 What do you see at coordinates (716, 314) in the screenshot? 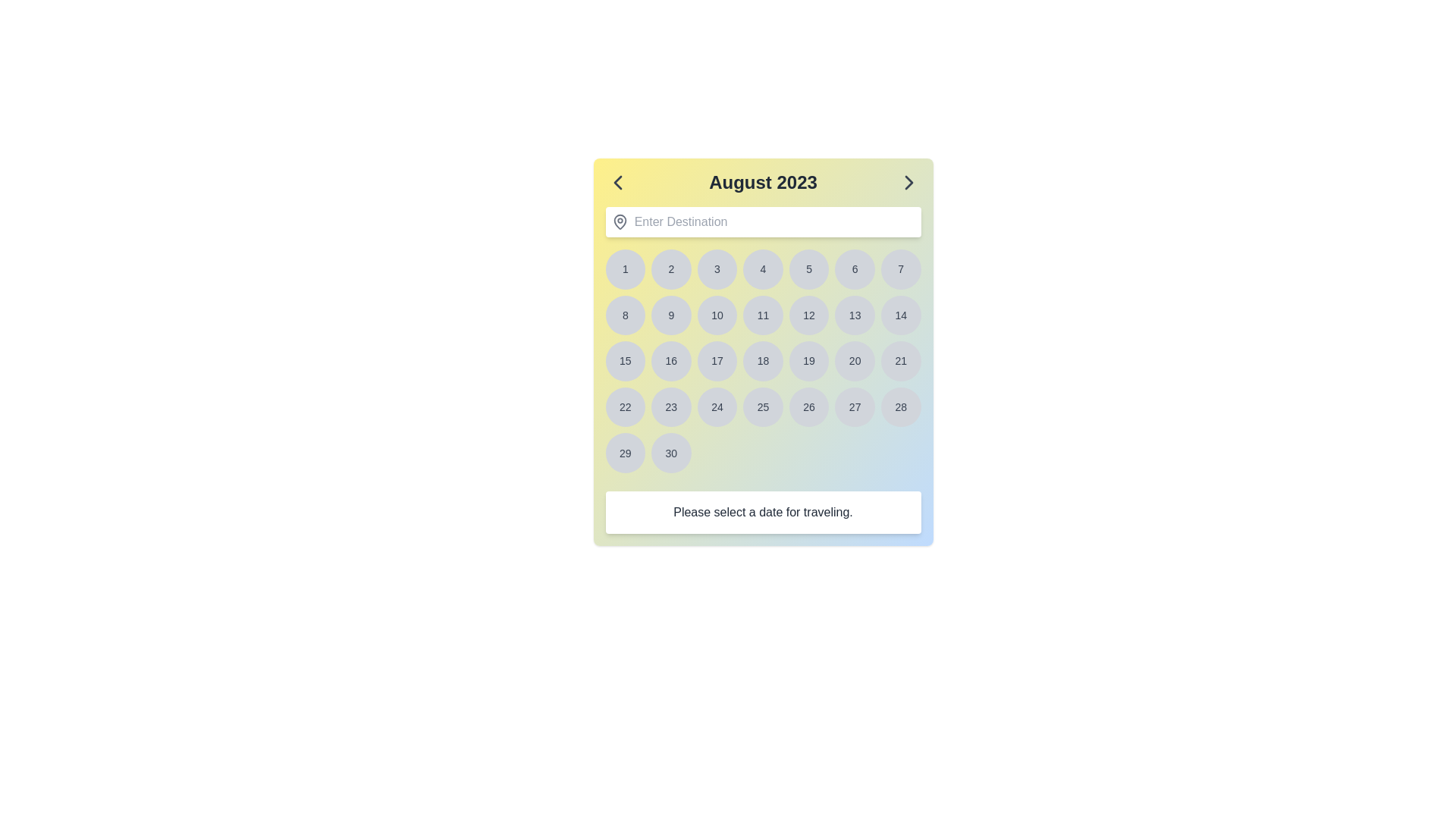
I see `the circular button containing the number '10', which has a gray background and dark text` at bounding box center [716, 314].